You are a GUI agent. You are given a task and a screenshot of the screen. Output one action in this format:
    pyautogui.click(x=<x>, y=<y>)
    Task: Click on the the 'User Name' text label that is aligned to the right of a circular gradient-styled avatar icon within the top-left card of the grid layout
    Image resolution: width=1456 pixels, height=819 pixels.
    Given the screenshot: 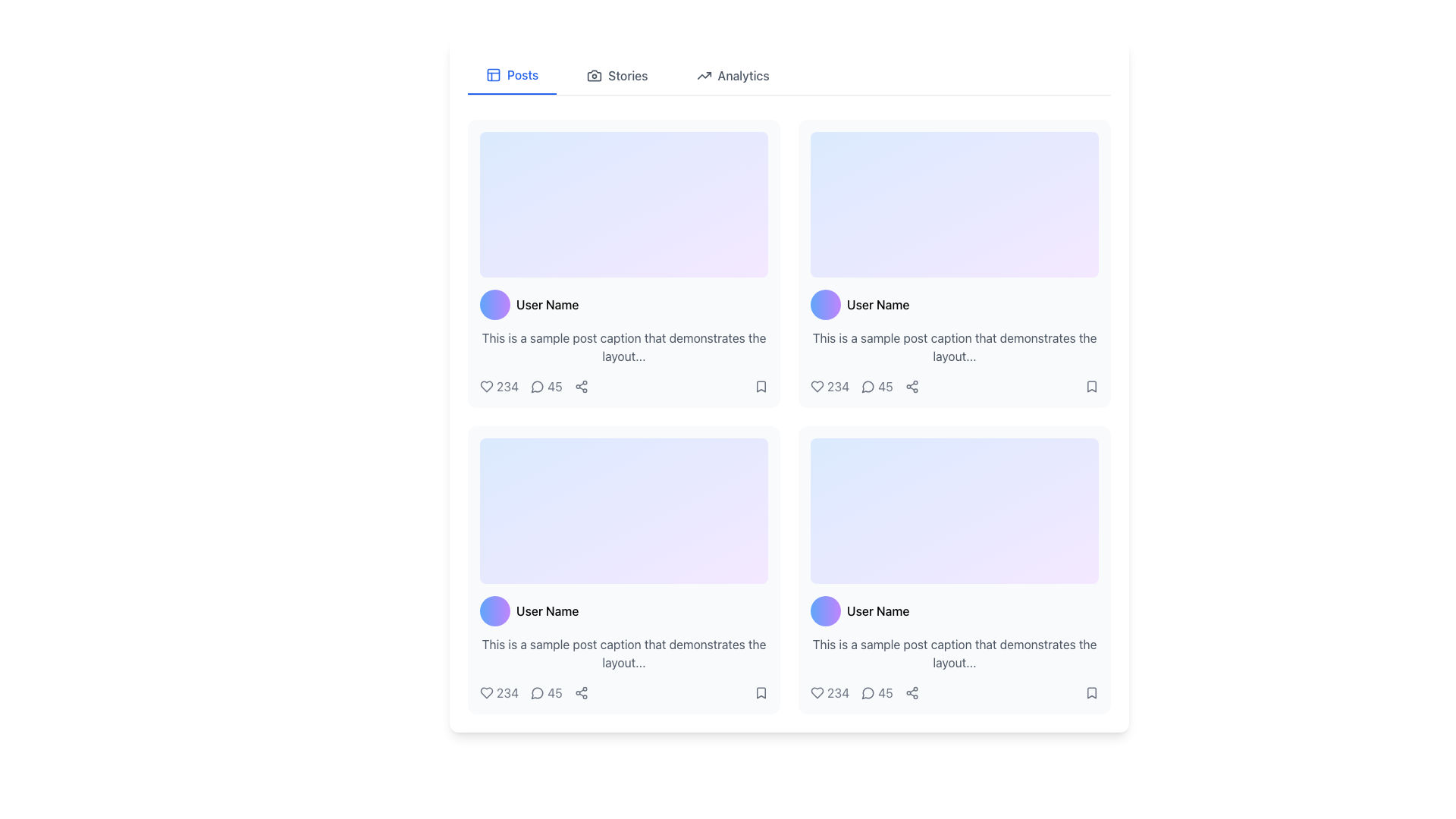 What is the action you would take?
    pyautogui.click(x=547, y=304)
    